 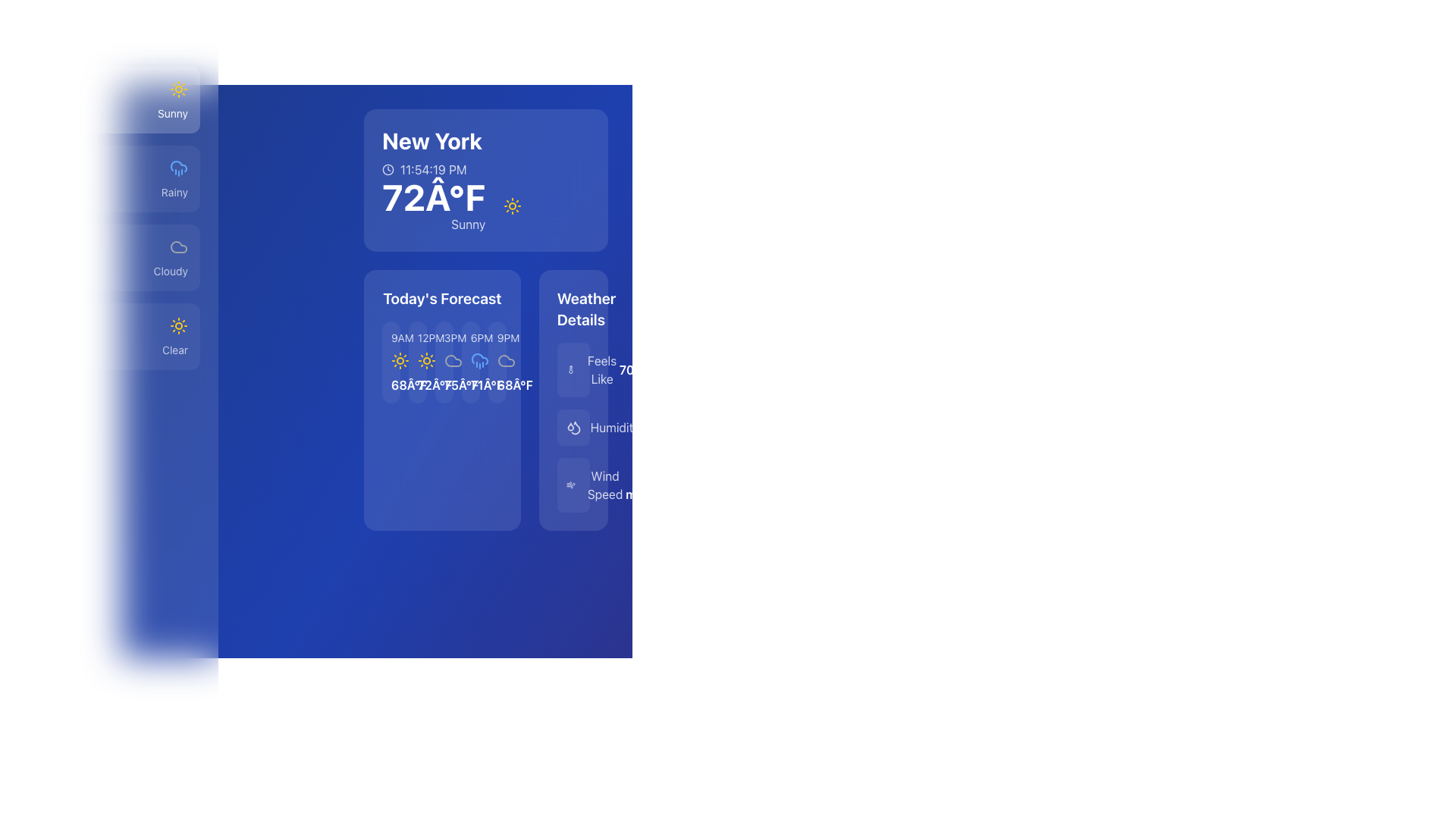 What do you see at coordinates (443, 362) in the screenshot?
I see `the informational text block displaying the weather forecast for 3PM with temperature 75°F and condition cloudy, located centrally in the 'Today's Forecast' section` at bounding box center [443, 362].